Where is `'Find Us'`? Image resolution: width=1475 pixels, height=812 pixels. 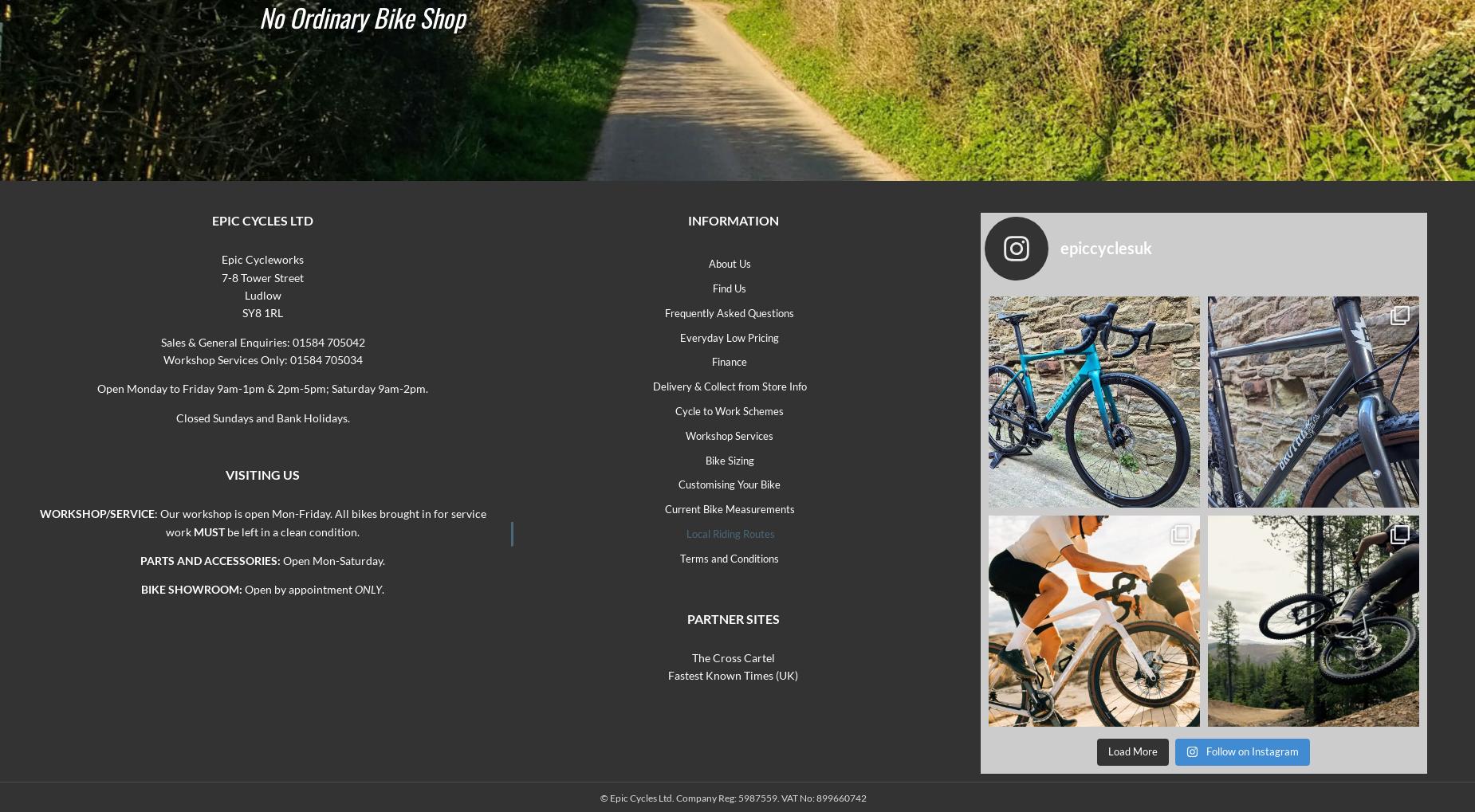
'Find Us' is located at coordinates (730, 288).